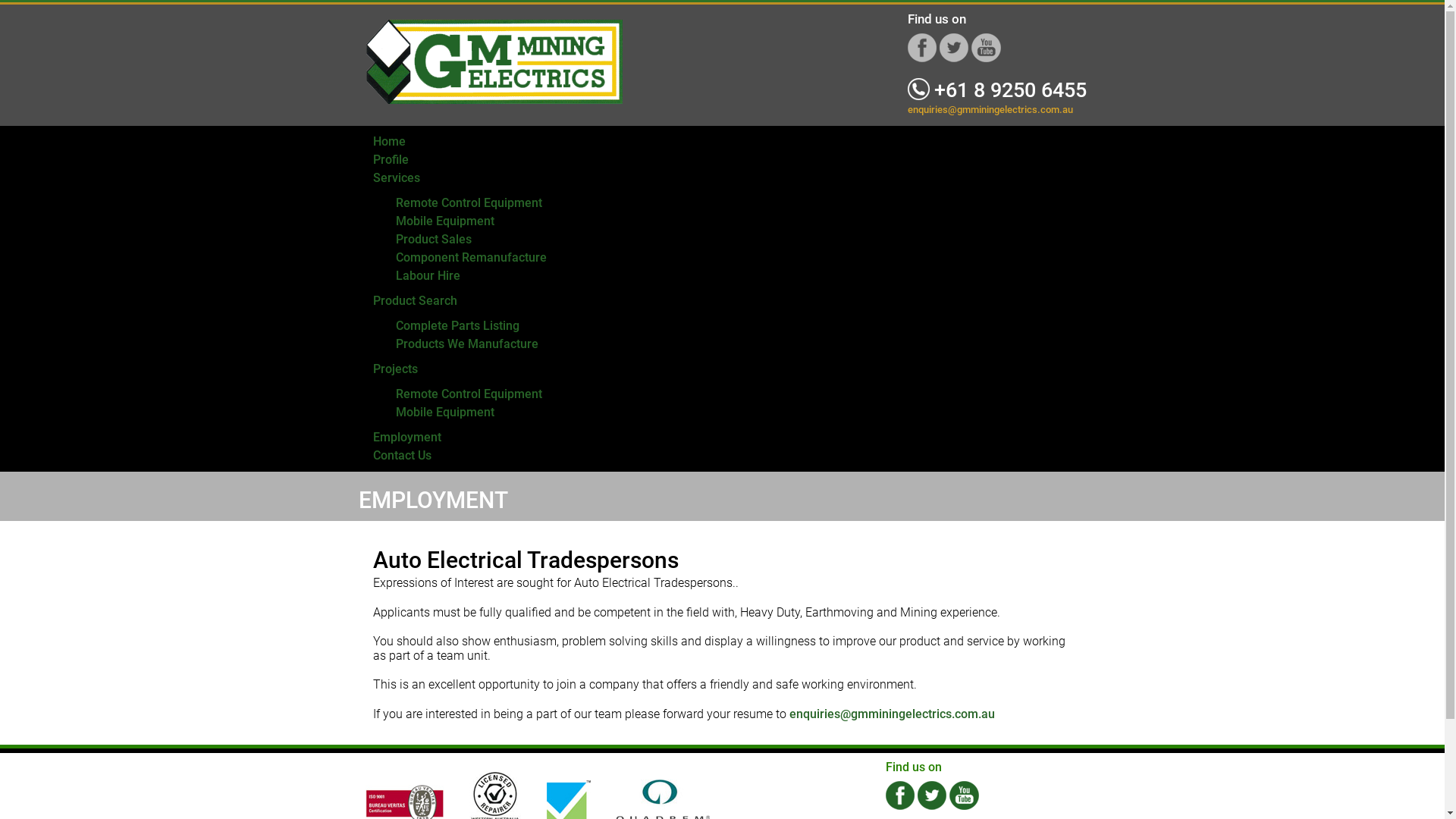  Describe the element at coordinates (372, 159) in the screenshot. I see `'Profile'` at that location.